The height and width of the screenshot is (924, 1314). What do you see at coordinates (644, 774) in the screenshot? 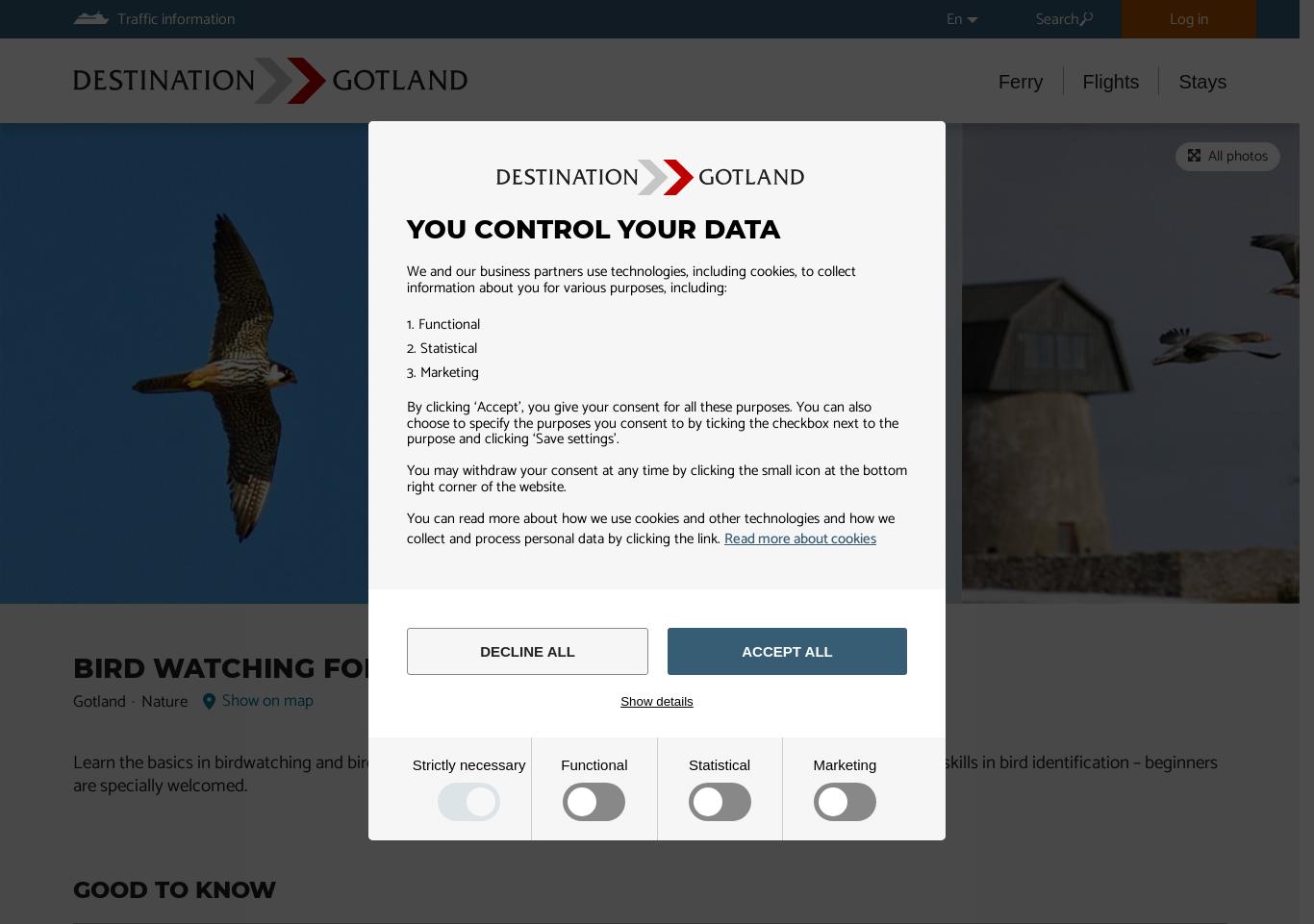
I see `'Learn the basics in birdwatching and bird identification during a two-days course in Gotland. You don’t need any basic skills in bird identification – beginners are specially welcomed.'` at bounding box center [644, 774].